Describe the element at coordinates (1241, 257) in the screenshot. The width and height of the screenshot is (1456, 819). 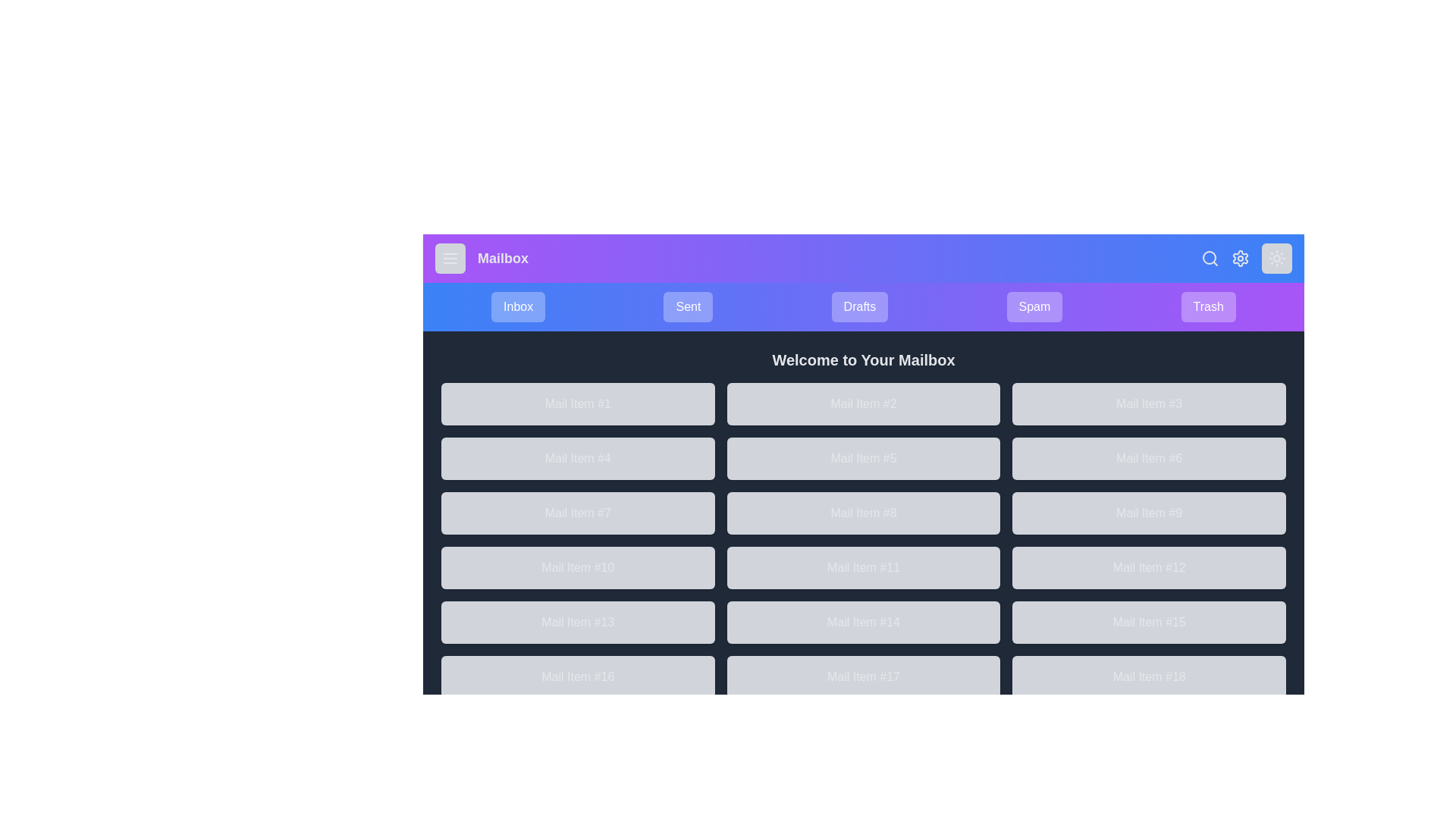
I see `the settings icon in the top right corner of the app bar to access the settings menu` at that location.